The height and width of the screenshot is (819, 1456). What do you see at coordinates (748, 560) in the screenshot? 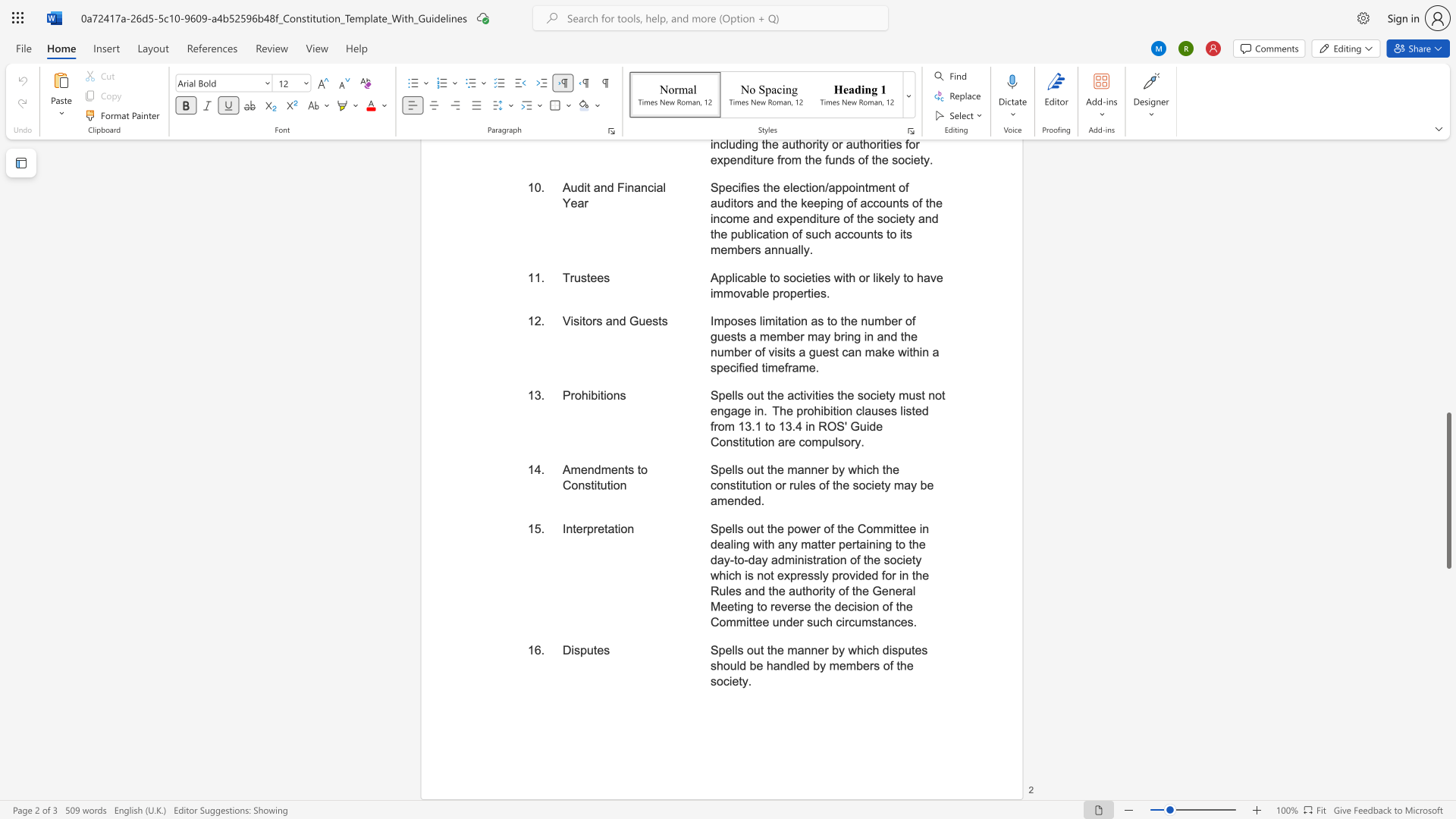
I see `the subset text "day administration of the society which is not expressly prov" within the text "Spells out the power of the Committee in dealing with any matter pertaining to the day-to-day administration of the society which is not expressly provided for in the Rules and the authority of the General Meeting to reverse the decision of the Committee under such circumstances."` at bounding box center [748, 560].